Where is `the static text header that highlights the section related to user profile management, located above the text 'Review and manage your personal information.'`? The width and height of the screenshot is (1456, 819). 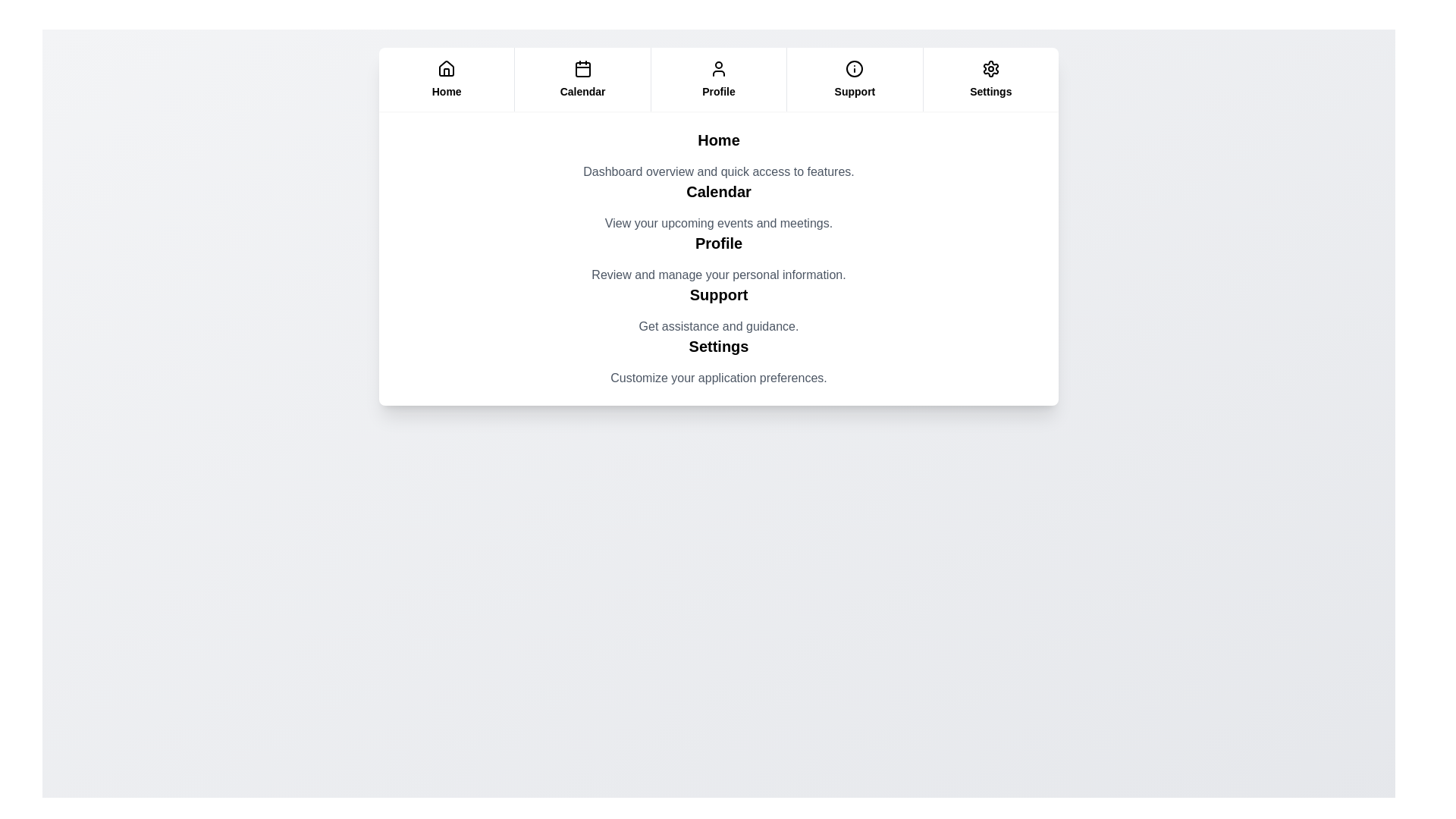
the static text header that highlights the section related to user profile management, located above the text 'Review and manage your personal information.' is located at coordinates (718, 242).